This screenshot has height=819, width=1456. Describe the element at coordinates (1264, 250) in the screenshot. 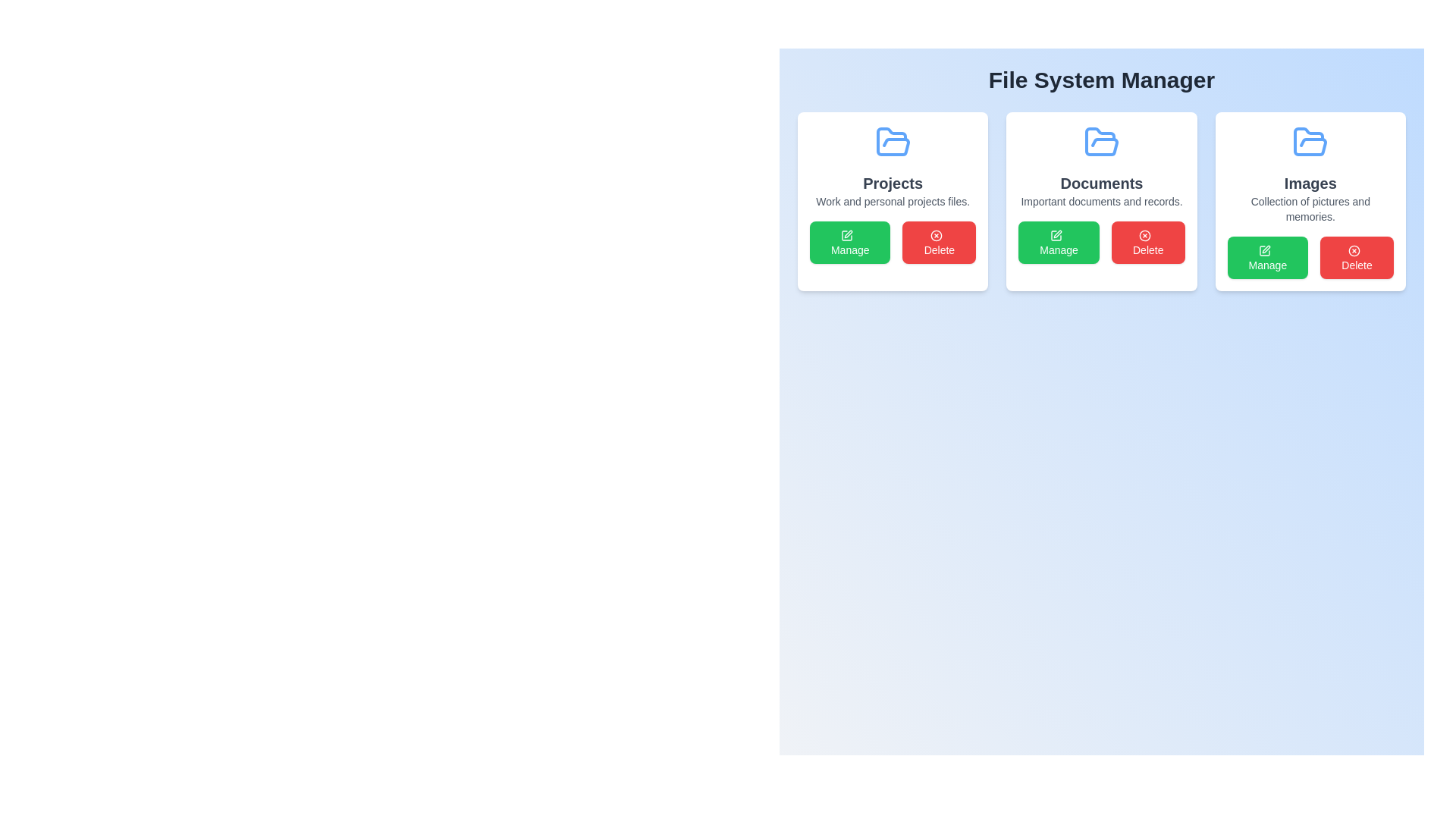

I see `the small square icon with a pencil, located to the left of the 'Manage' button in the 'Images' card` at that location.